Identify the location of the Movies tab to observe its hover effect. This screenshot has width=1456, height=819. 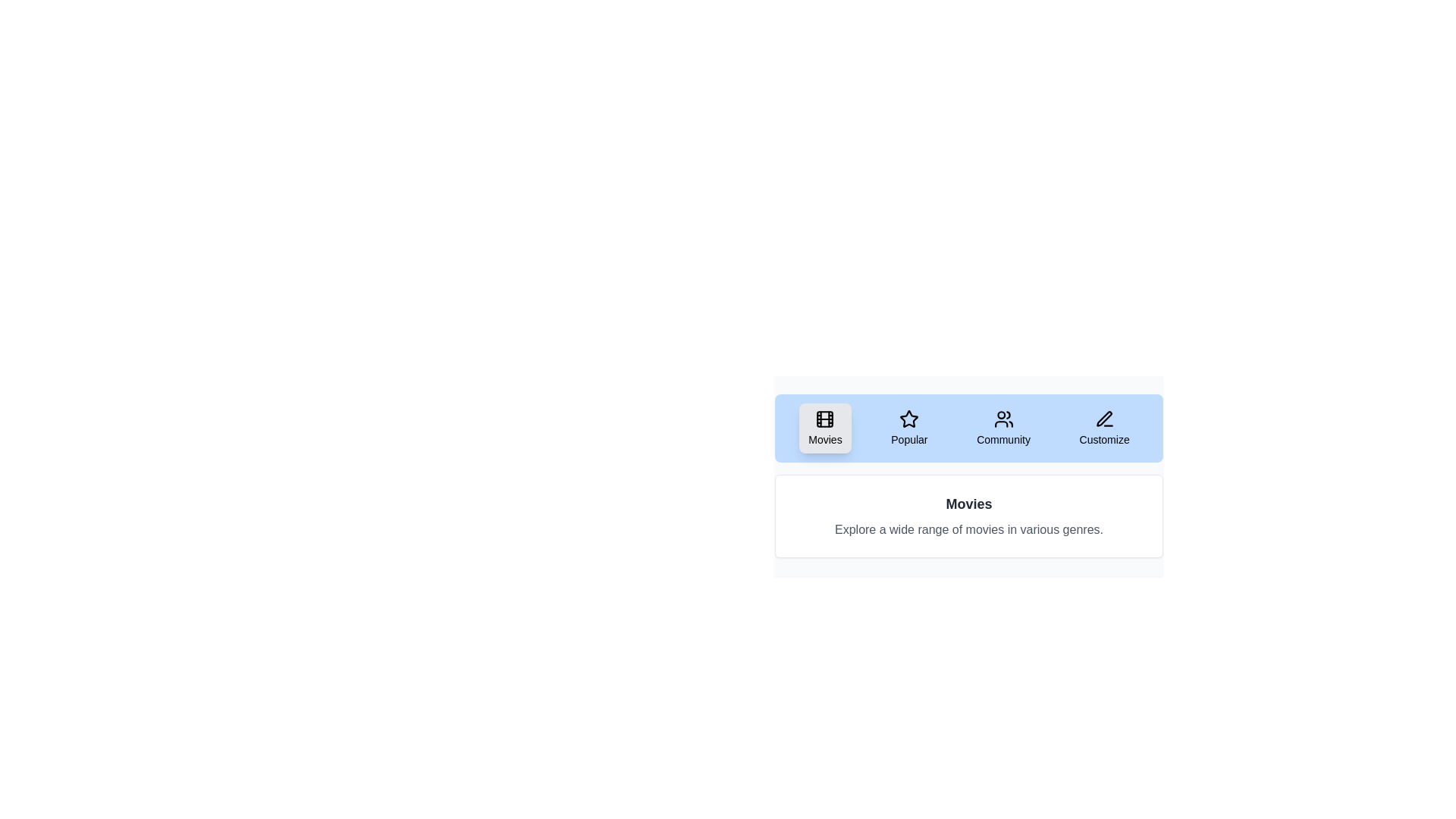
(824, 428).